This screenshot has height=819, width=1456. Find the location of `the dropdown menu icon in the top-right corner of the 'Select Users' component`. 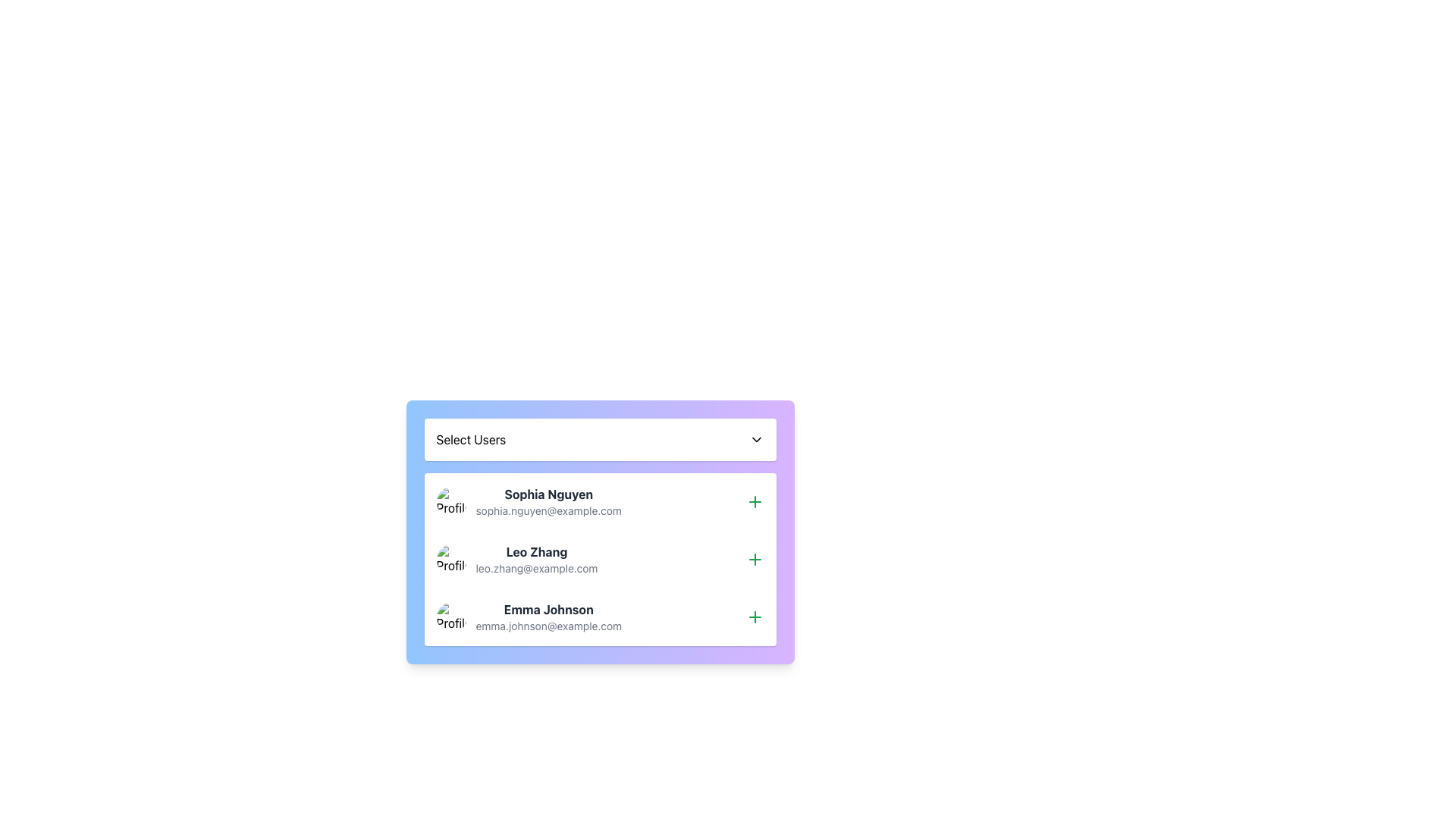

the dropdown menu icon in the top-right corner of the 'Select Users' component is located at coordinates (756, 439).